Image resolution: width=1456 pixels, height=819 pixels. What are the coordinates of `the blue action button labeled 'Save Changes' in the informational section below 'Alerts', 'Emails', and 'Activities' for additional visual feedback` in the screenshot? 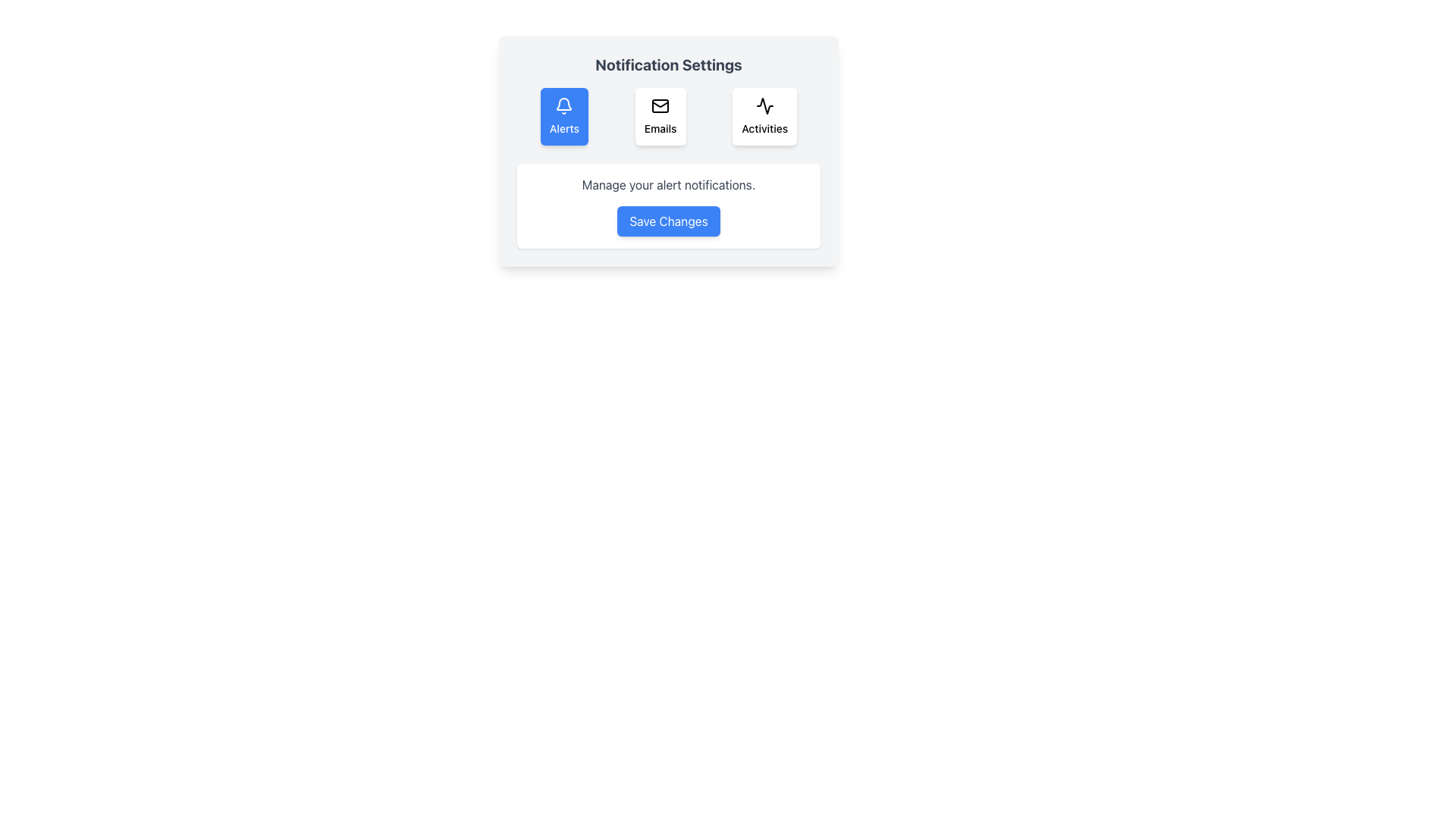 It's located at (668, 206).